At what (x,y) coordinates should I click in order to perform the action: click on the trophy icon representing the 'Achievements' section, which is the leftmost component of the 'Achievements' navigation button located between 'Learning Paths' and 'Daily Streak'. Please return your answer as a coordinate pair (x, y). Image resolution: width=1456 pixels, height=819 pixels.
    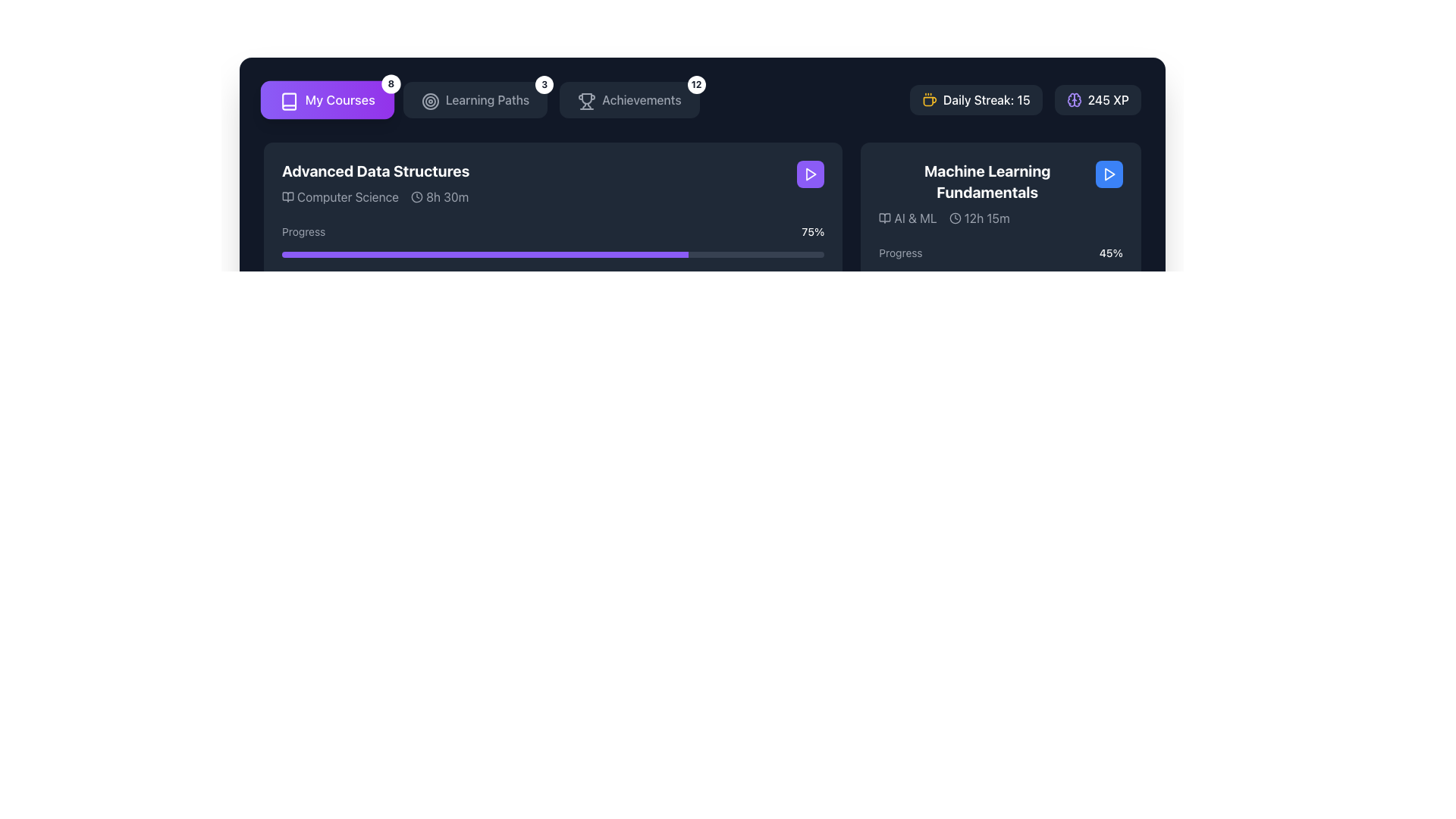
    Looking at the image, I should click on (585, 99).